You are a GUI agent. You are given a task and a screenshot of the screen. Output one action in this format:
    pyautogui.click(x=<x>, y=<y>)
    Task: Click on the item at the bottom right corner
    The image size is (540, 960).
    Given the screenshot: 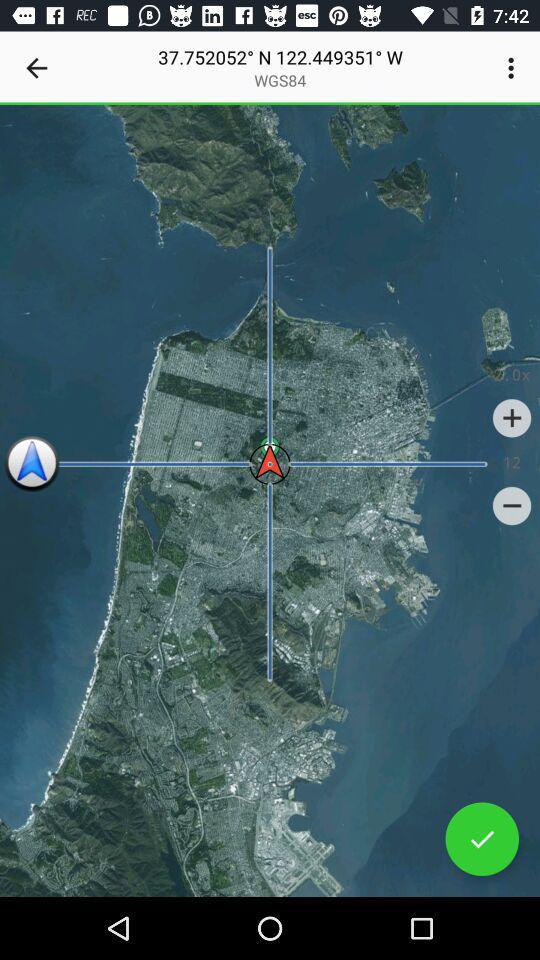 What is the action you would take?
    pyautogui.click(x=481, y=839)
    